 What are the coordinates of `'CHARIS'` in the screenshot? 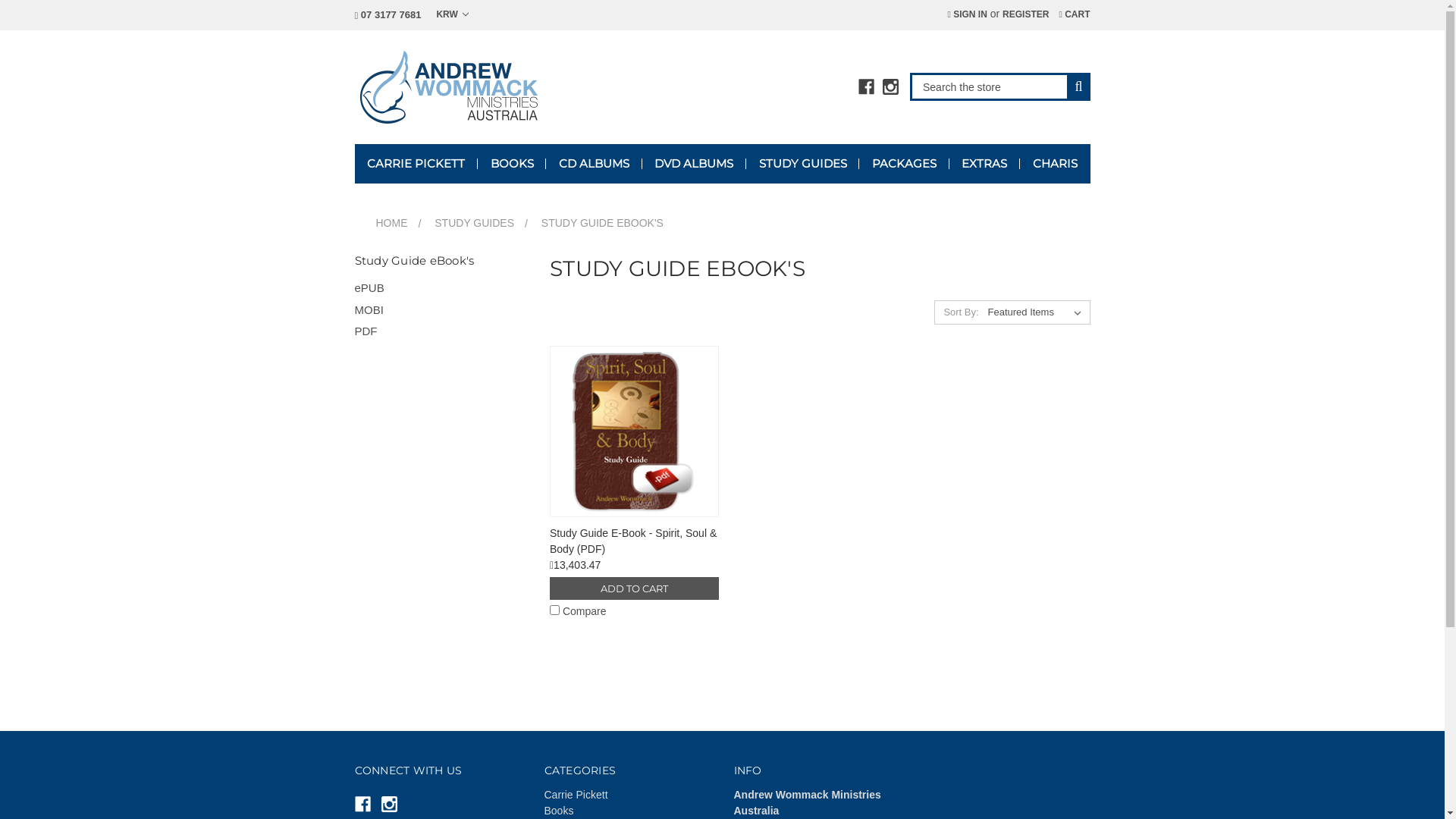 It's located at (1054, 164).